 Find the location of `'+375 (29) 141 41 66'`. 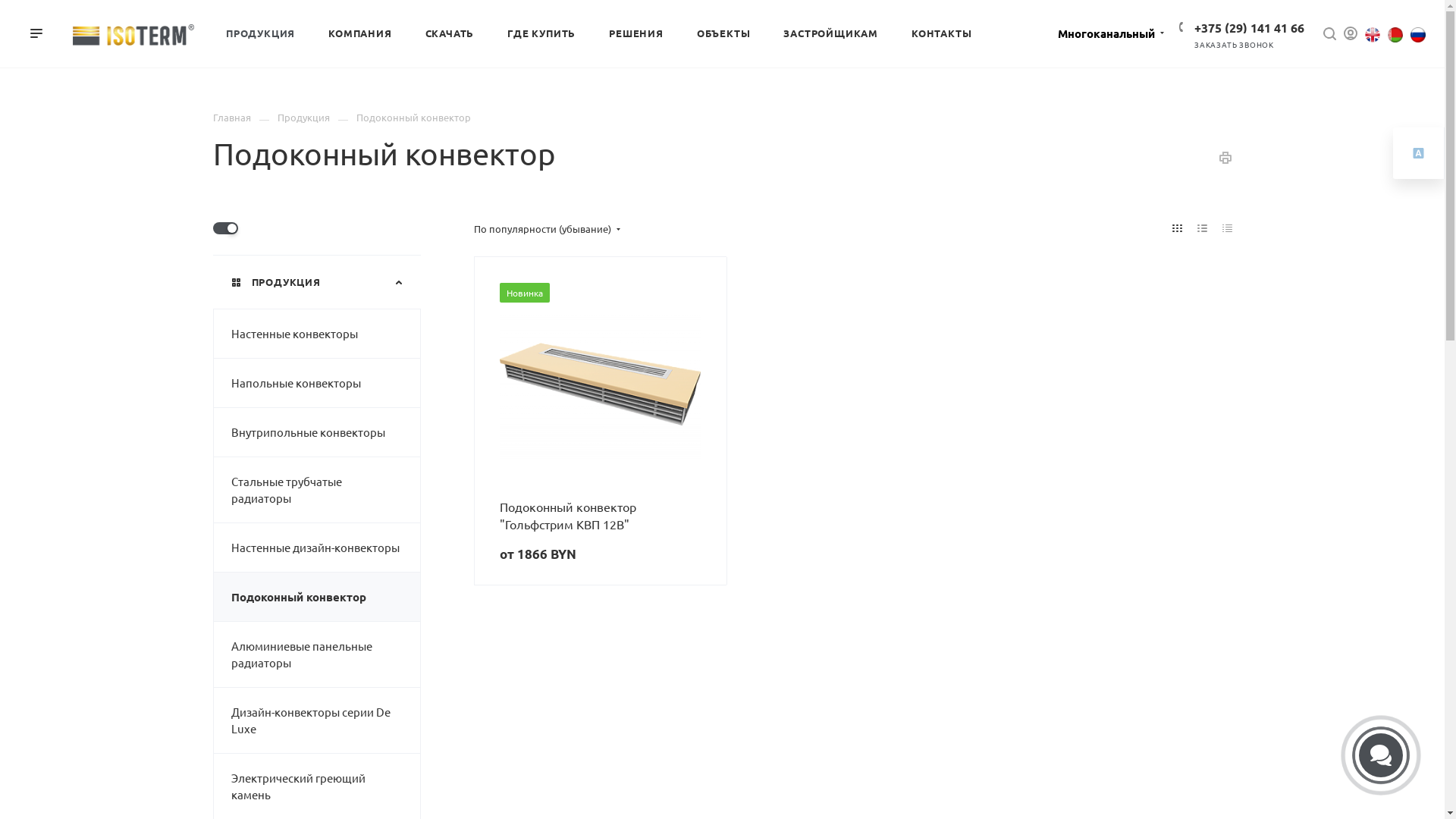

'+375 (29) 141 41 66' is located at coordinates (1249, 27).